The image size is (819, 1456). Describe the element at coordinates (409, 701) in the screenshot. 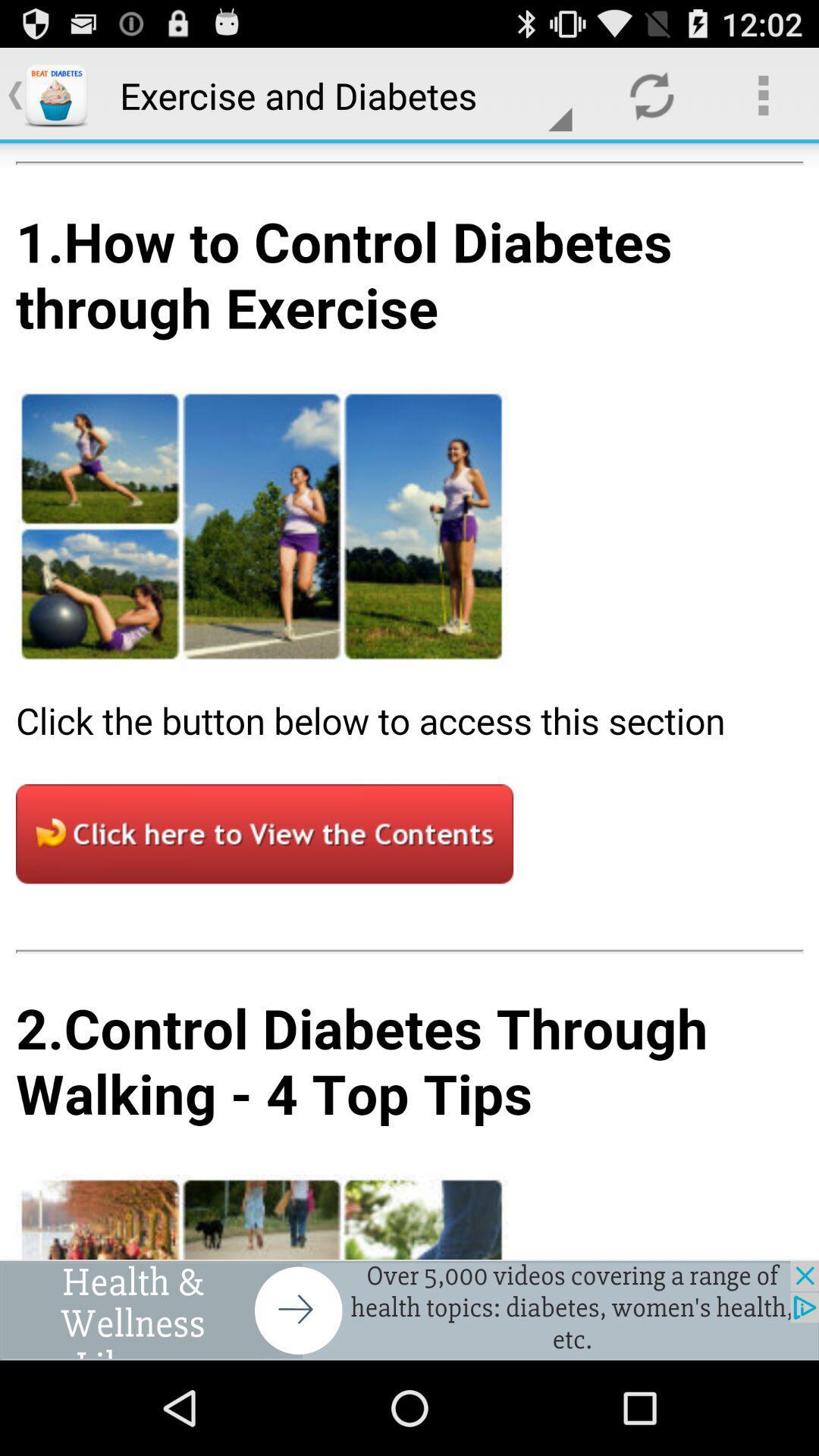

I see `advertisement page` at that location.